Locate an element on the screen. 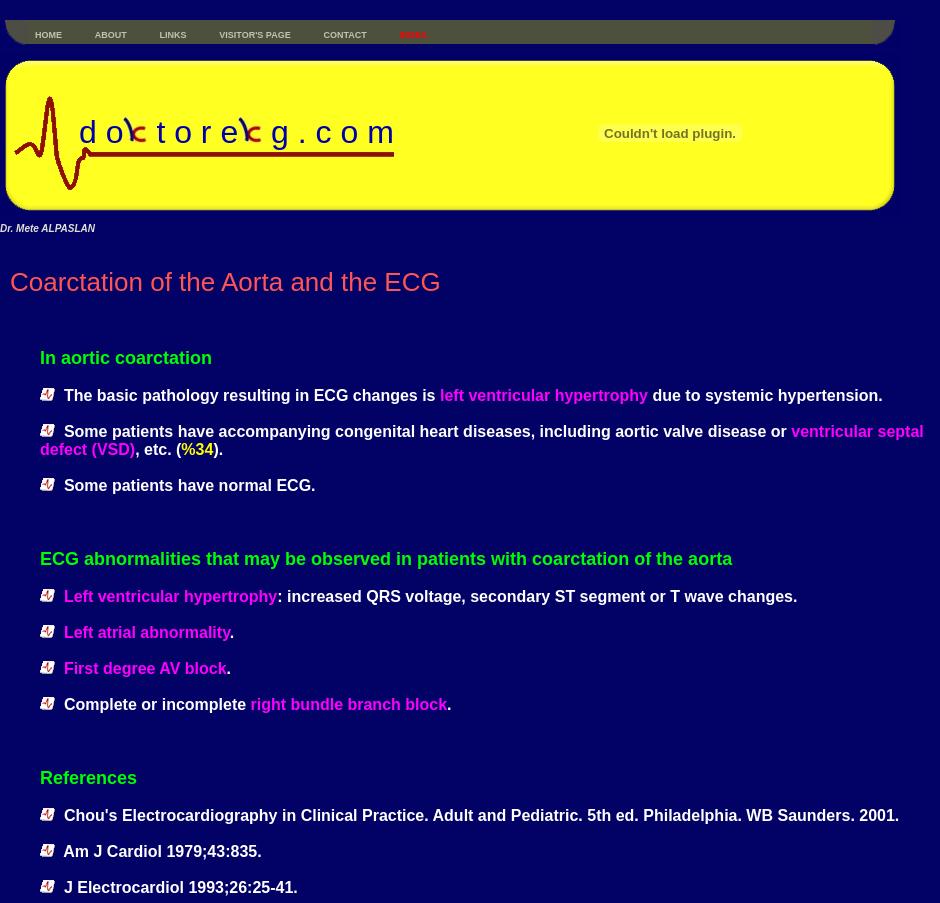  'ABOUT' is located at coordinates (109, 34).